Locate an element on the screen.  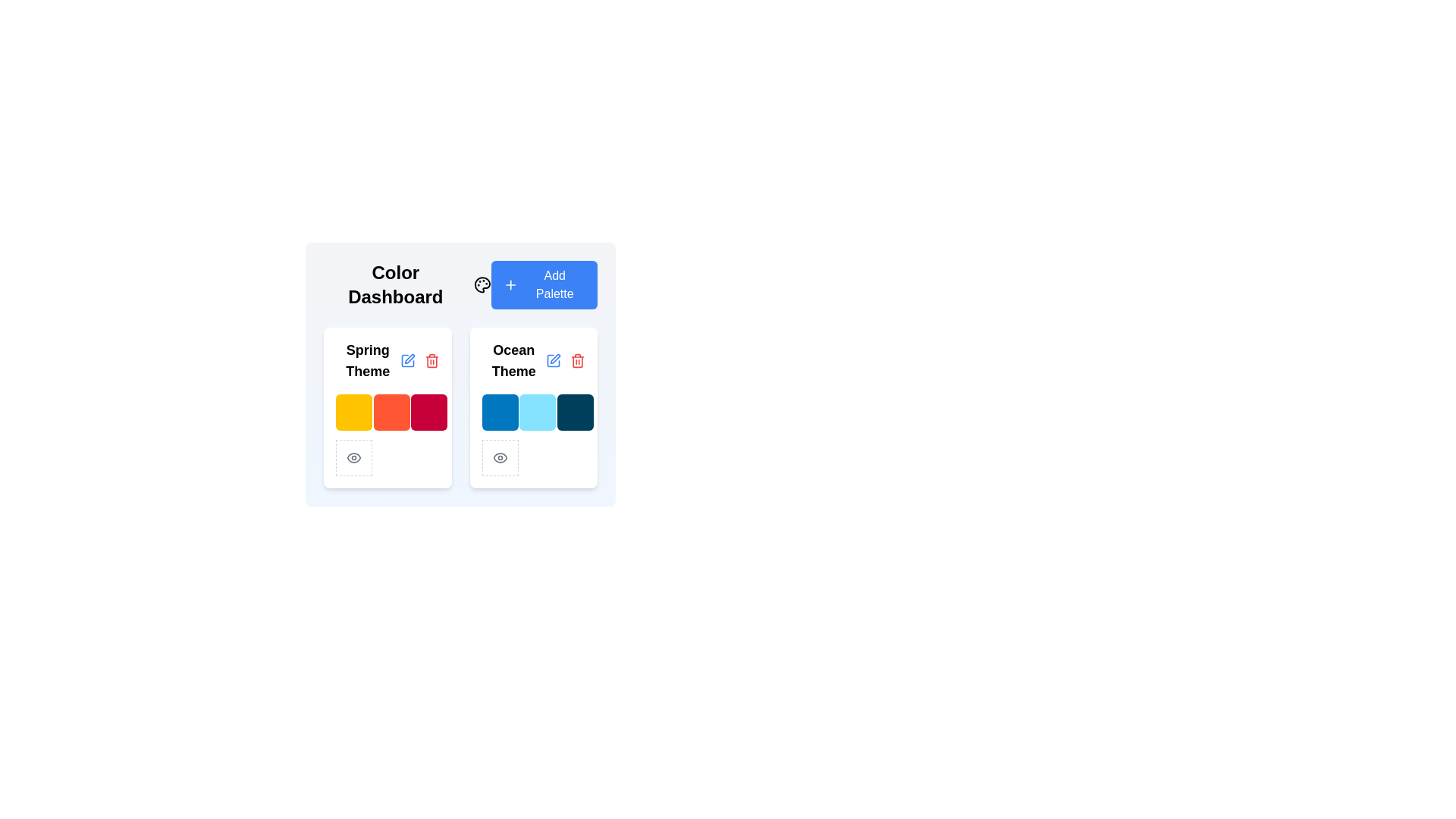
the second color swatch in the 'Ocean Theme' palette, located within the 'Color Dashboard' interface is located at coordinates (538, 412).